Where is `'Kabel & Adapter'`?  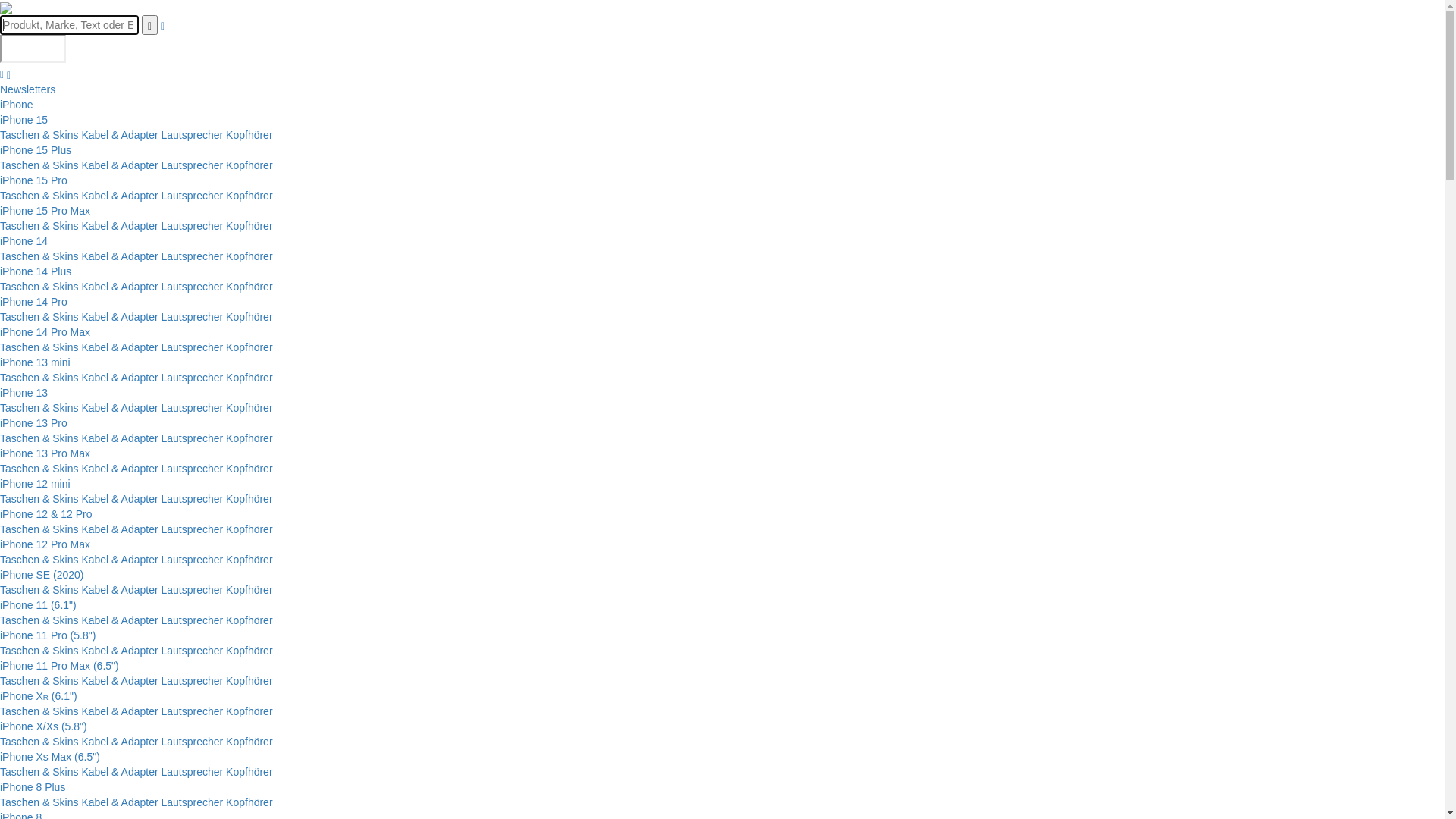
'Kabel & Adapter' is located at coordinates (80, 801).